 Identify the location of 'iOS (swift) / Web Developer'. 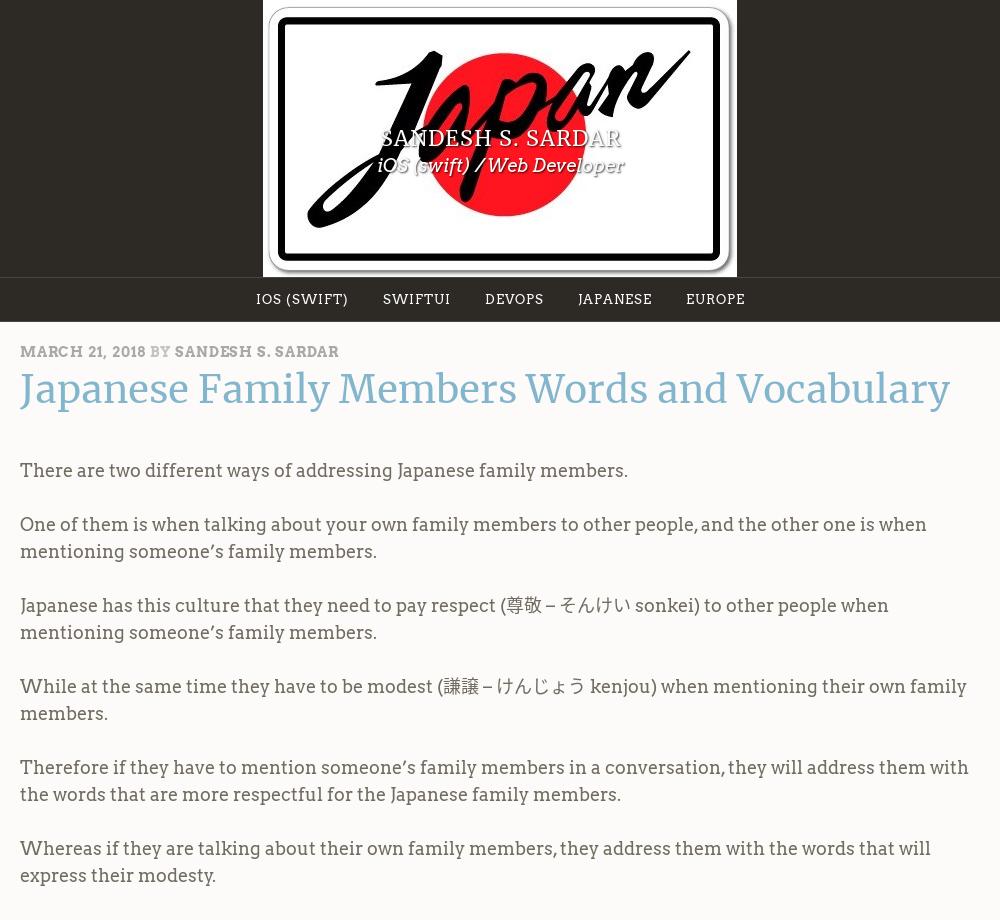
(498, 163).